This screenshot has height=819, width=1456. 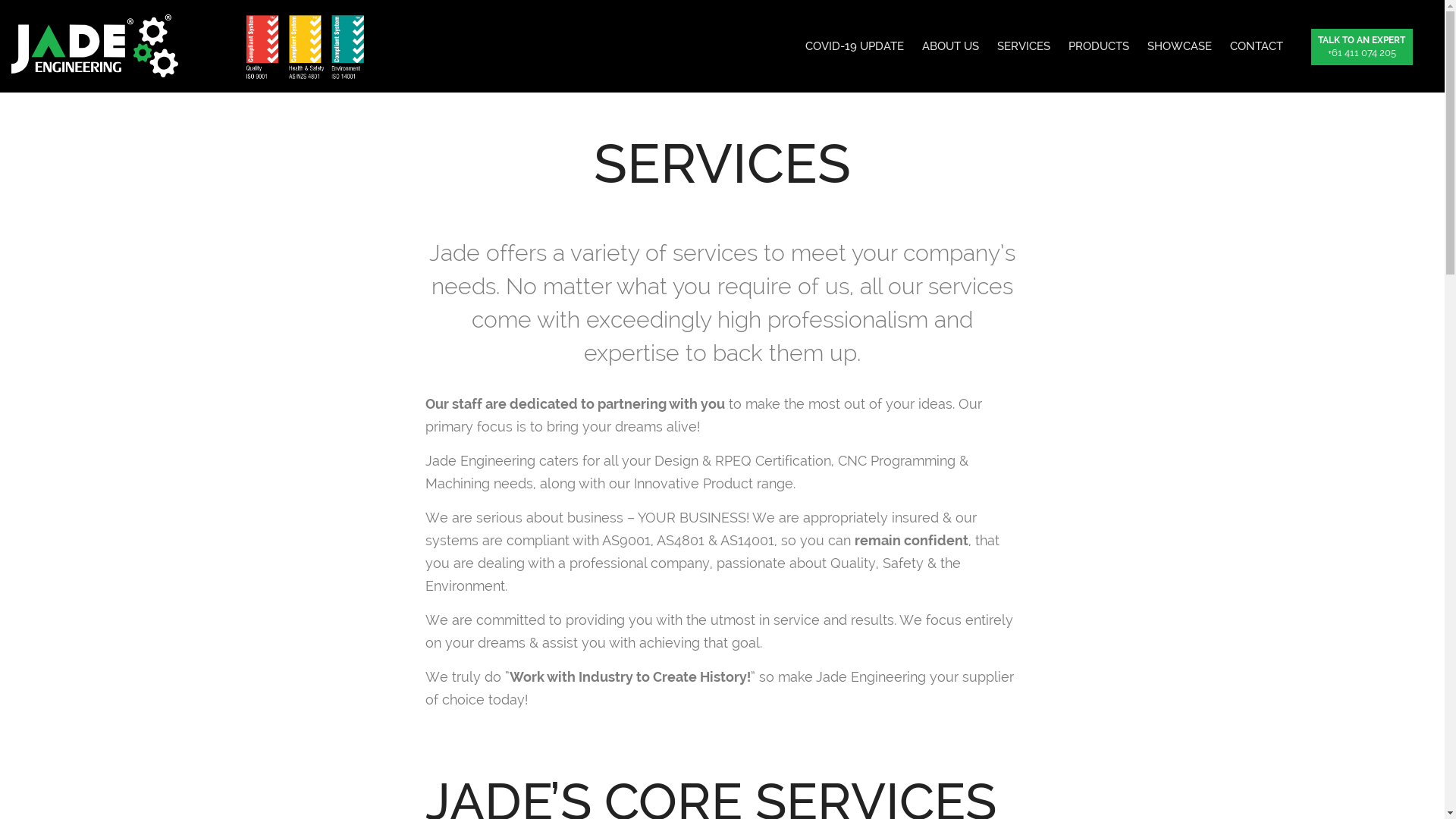 What do you see at coordinates (1058, 45) in the screenshot?
I see `'PRODUCTS'` at bounding box center [1058, 45].